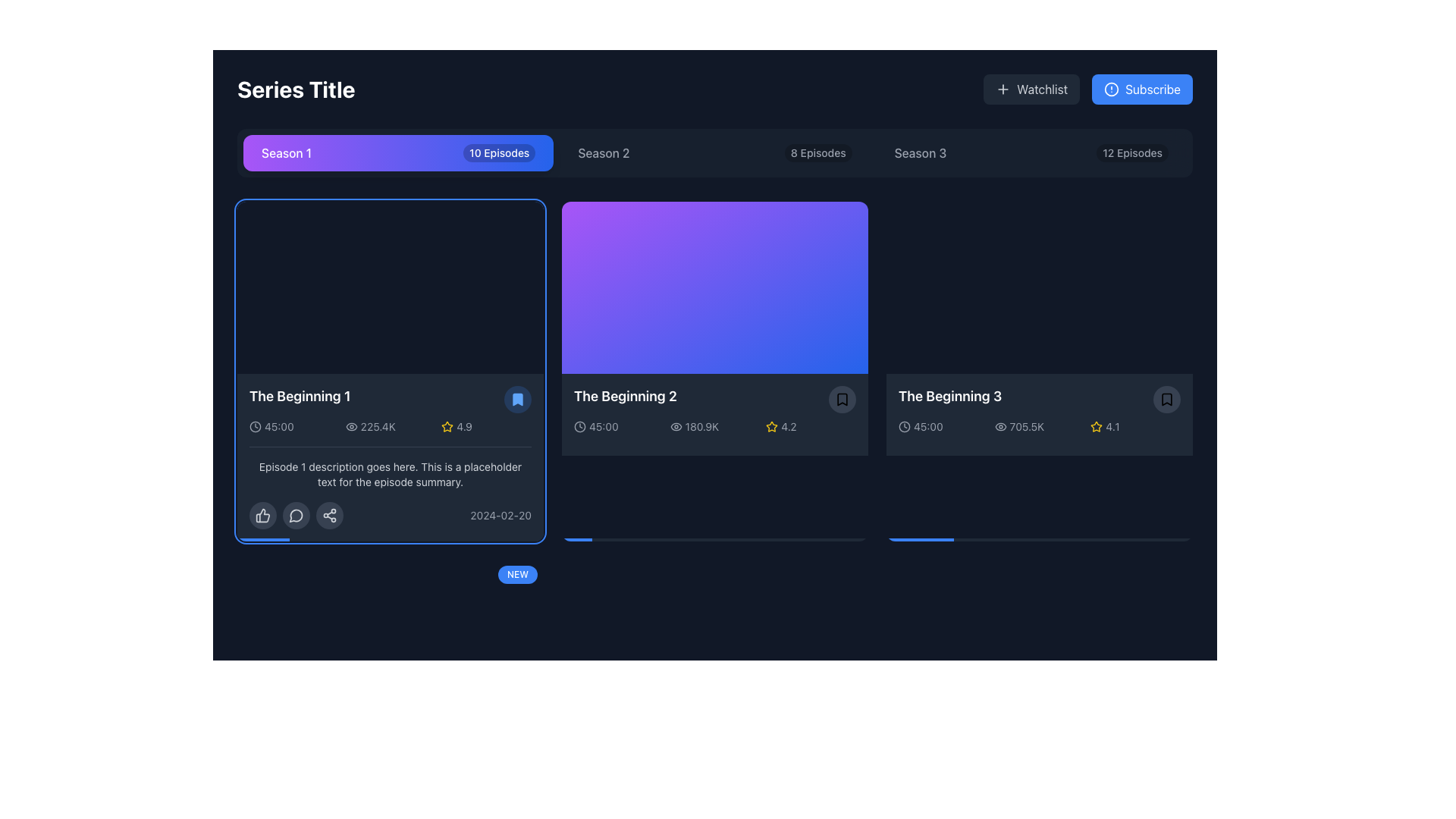  Describe the element at coordinates (603, 152) in the screenshot. I see `the static text label displaying 'Season 2', which is positioned to the right of 'Season 1' in the upper section of the interface` at that location.